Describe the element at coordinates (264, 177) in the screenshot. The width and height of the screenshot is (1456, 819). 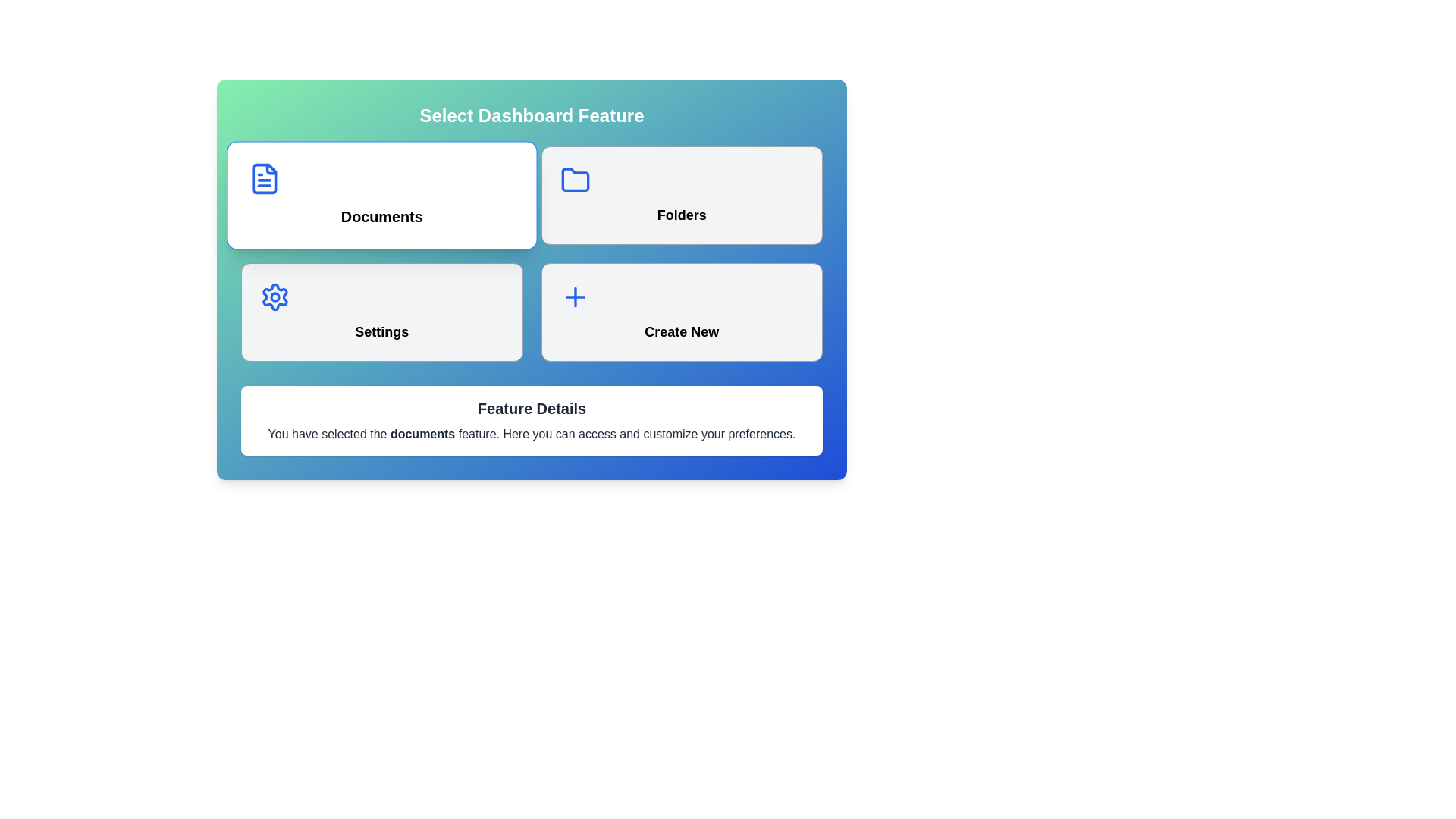
I see `the blue document icon located in the top-left quadrant of the grid layout, which serves as the 'Documents' option` at that location.